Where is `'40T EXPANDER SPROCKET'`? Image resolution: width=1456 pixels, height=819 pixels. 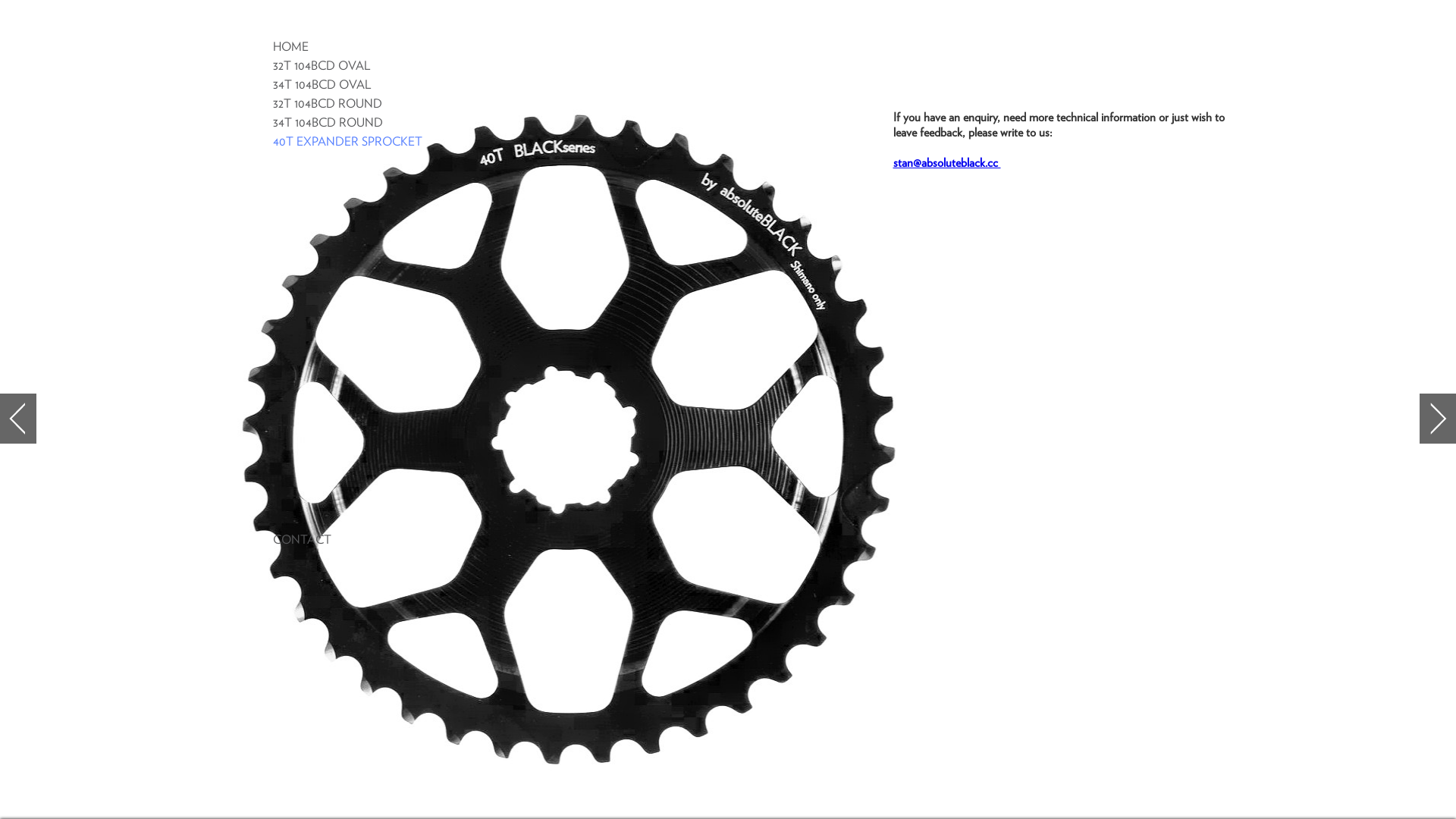
'40T EXPANDER SPROCKET' is located at coordinates (347, 141).